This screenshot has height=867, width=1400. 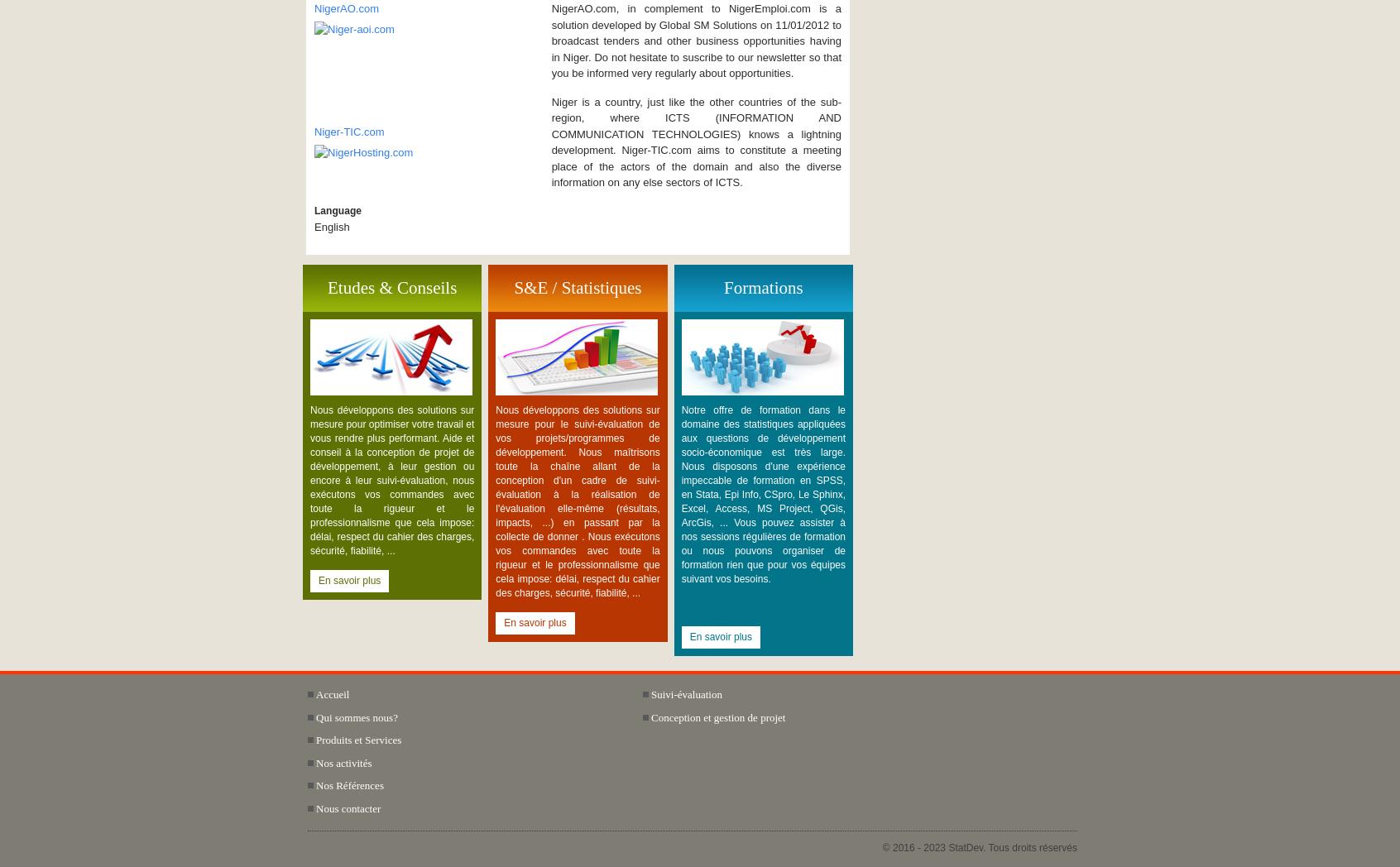 What do you see at coordinates (348, 132) in the screenshot?
I see `'Niger-TIC.com'` at bounding box center [348, 132].